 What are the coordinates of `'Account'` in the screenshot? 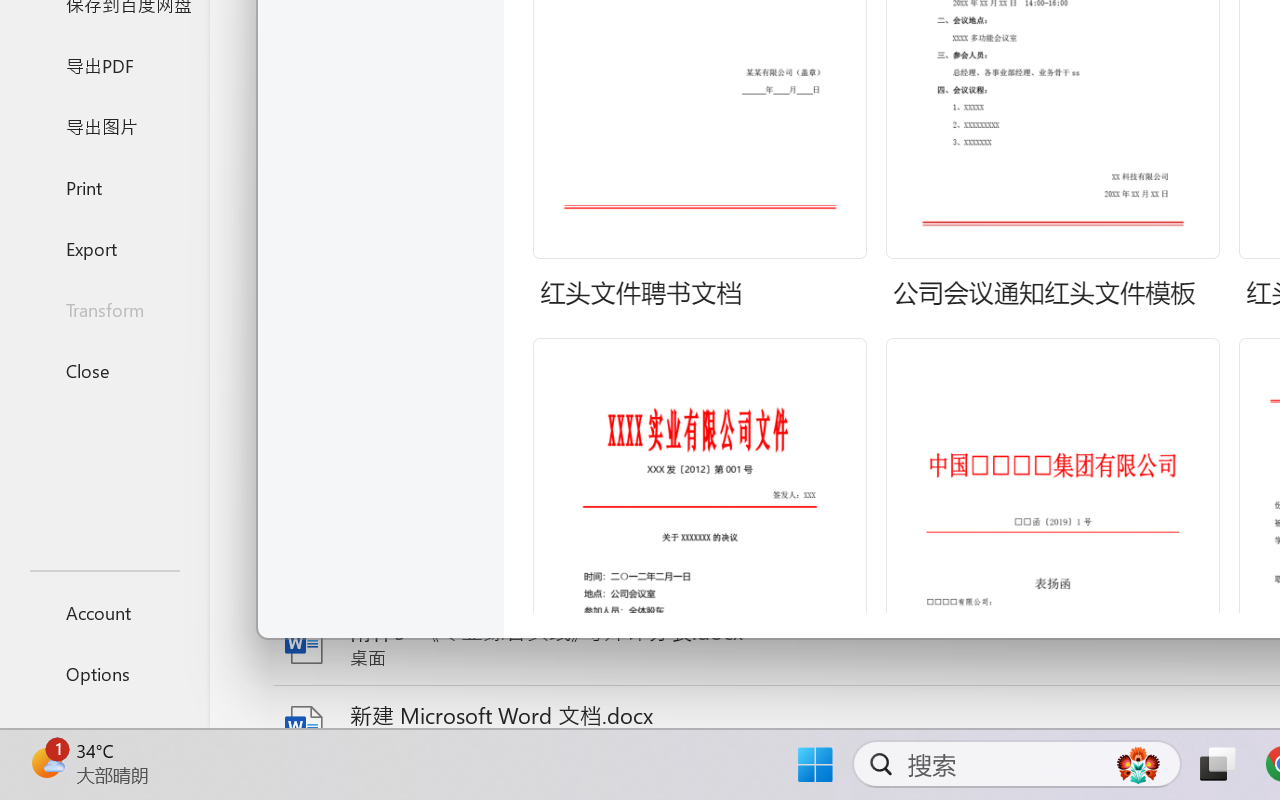 It's located at (103, 612).